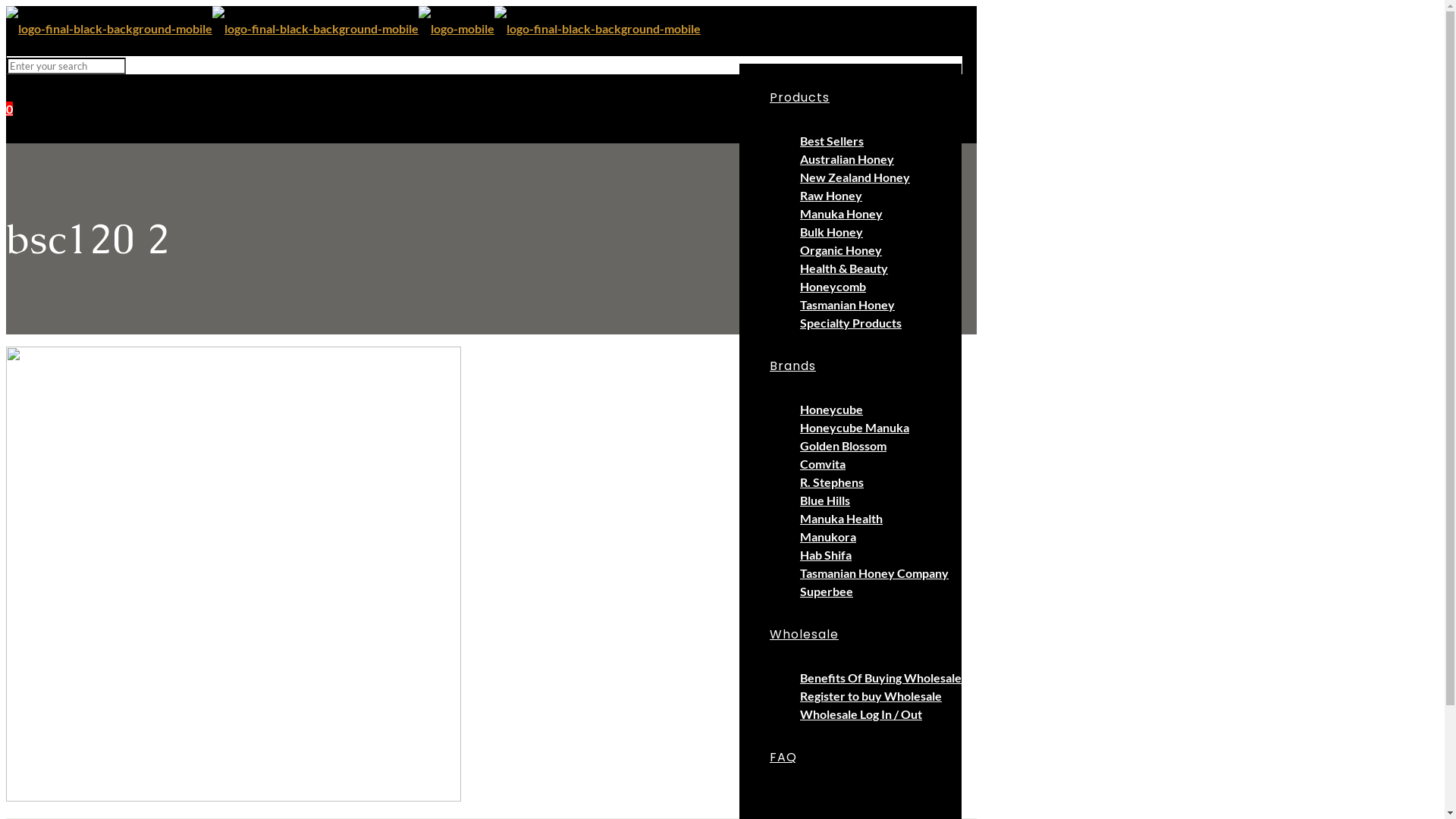 This screenshot has height=819, width=1456. I want to click on 'Wholesale', so click(803, 634).